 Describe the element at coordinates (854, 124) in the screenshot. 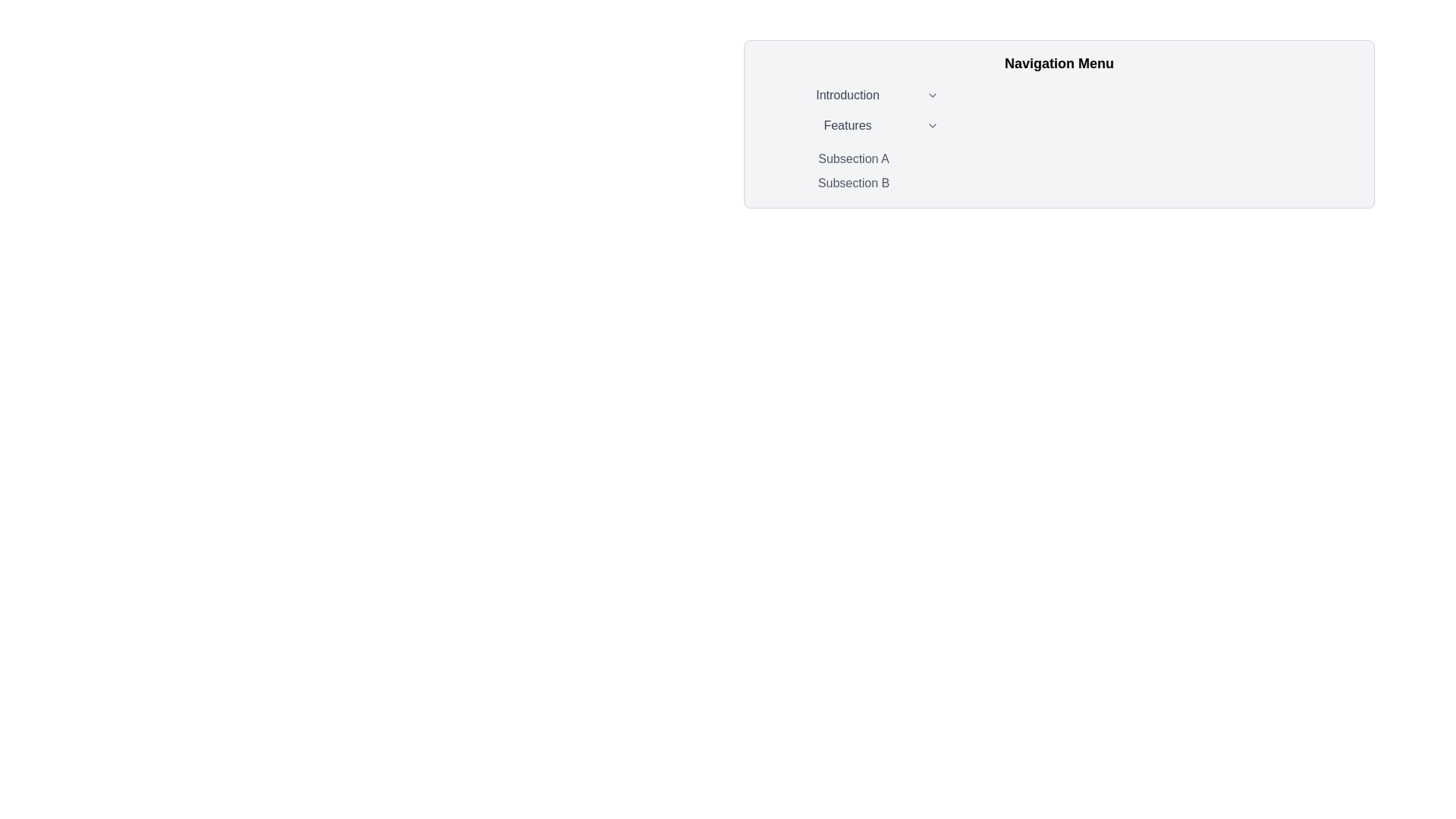

I see `the Dropdown Menu Trigger labeled 'Features'` at that location.